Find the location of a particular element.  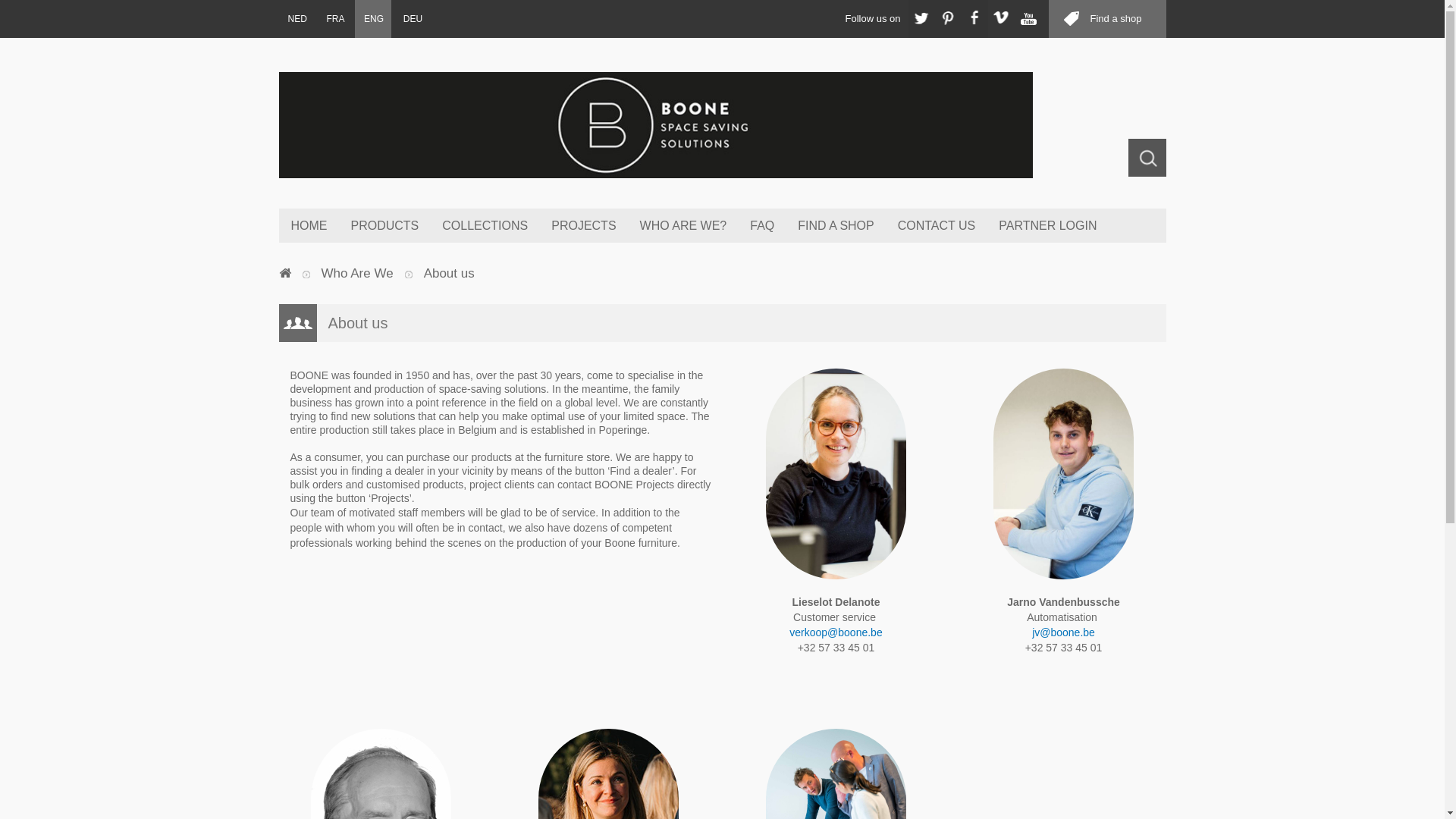

'FAQ' is located at coordinates (738, 225).